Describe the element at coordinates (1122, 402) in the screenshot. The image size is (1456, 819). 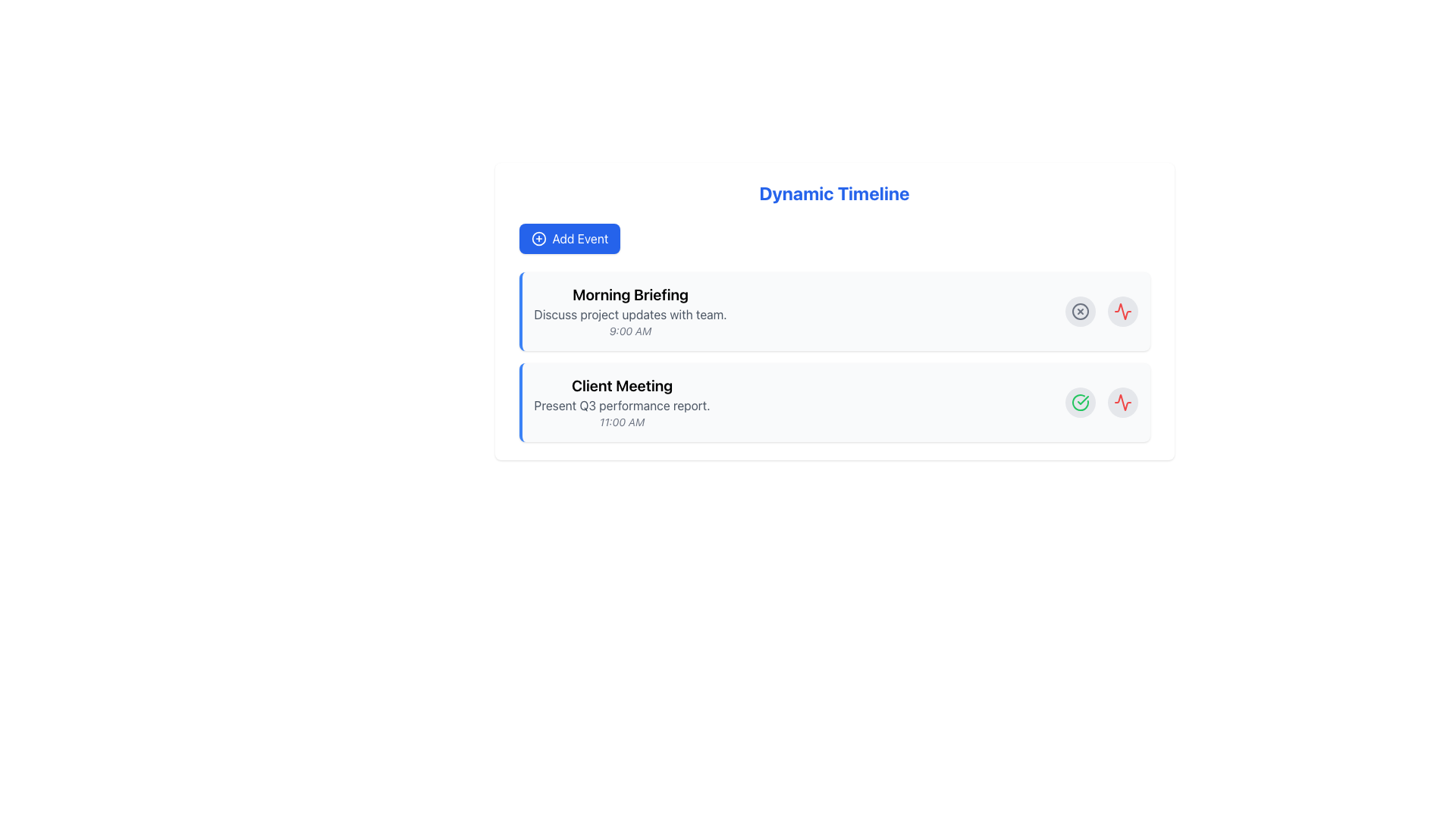
I see `the second button in the group of action buttons located to the right side of the 'Client Meeting' card` at that location.